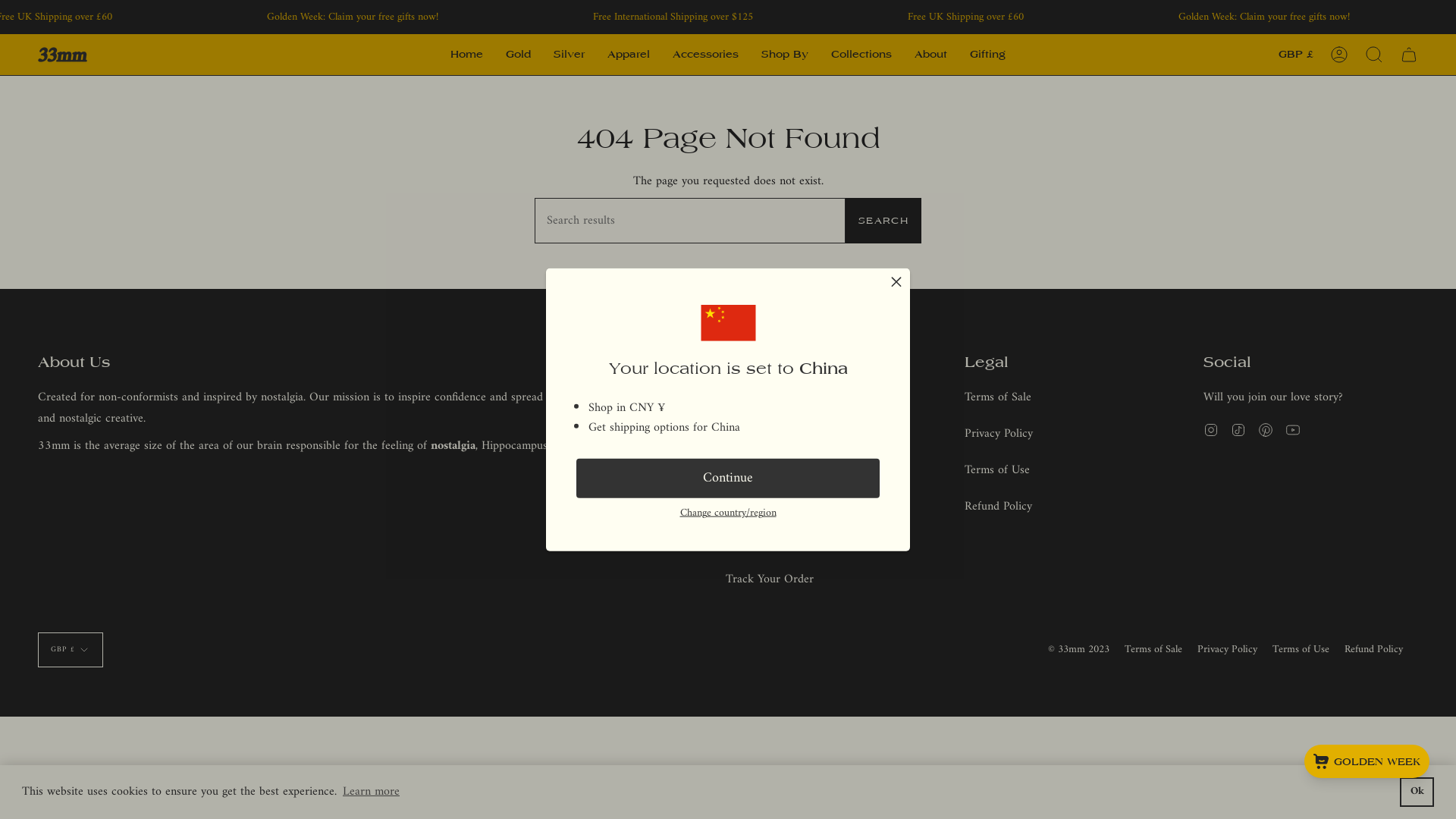 Image resolution: width=1456 pixels, height=819 pixels. I want to click on 'Change country/region', so click(726, 512).